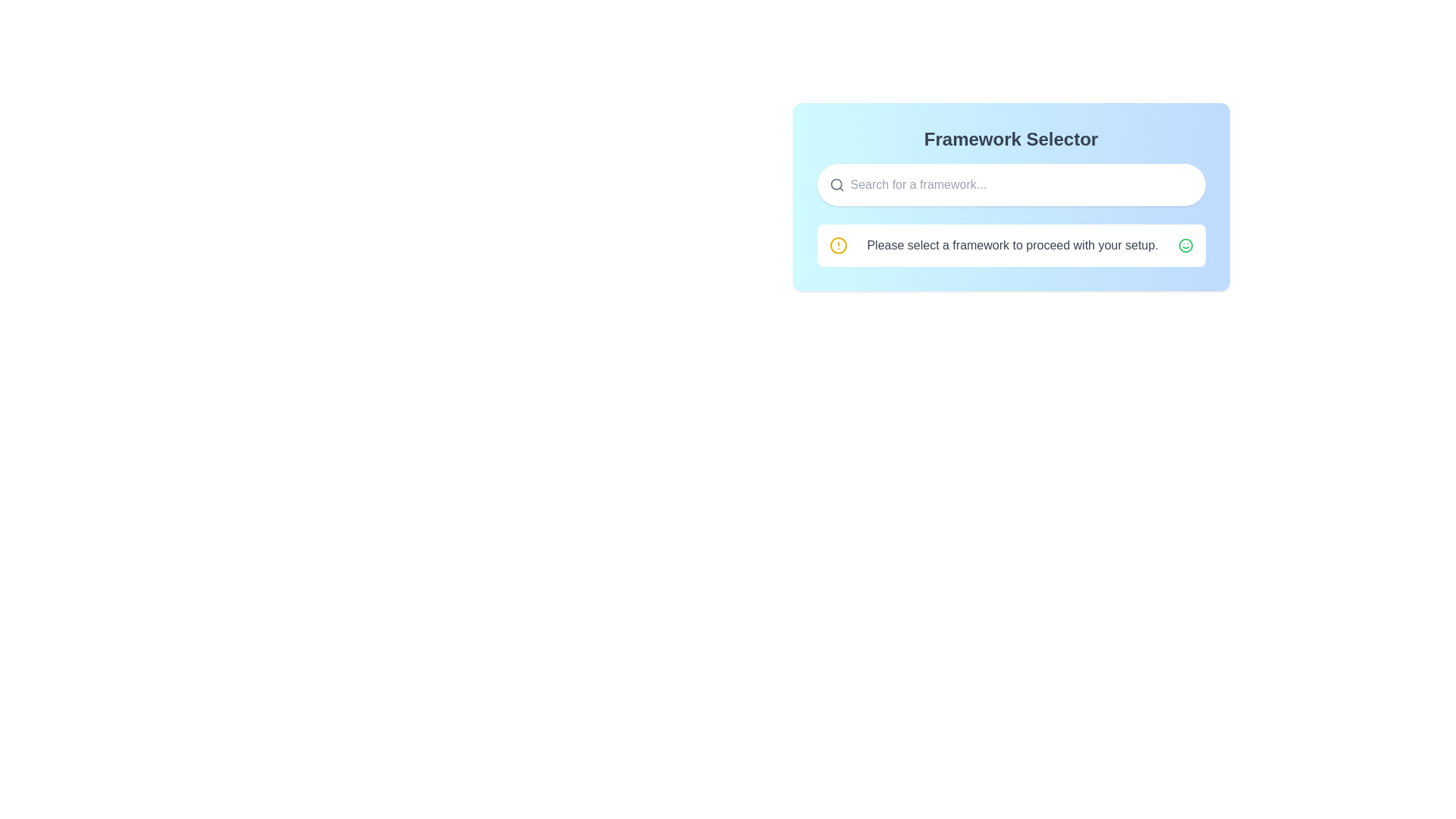 The width and height of the screenshot is (1456, 819). What do you see at coordinates (1185, 245) in the screenshot?
I see `the large circular component of the smiley face icon, which is adjacent to the message 'Please select a framework to proceed with your setup.'` at bounding box center [1185, 245].